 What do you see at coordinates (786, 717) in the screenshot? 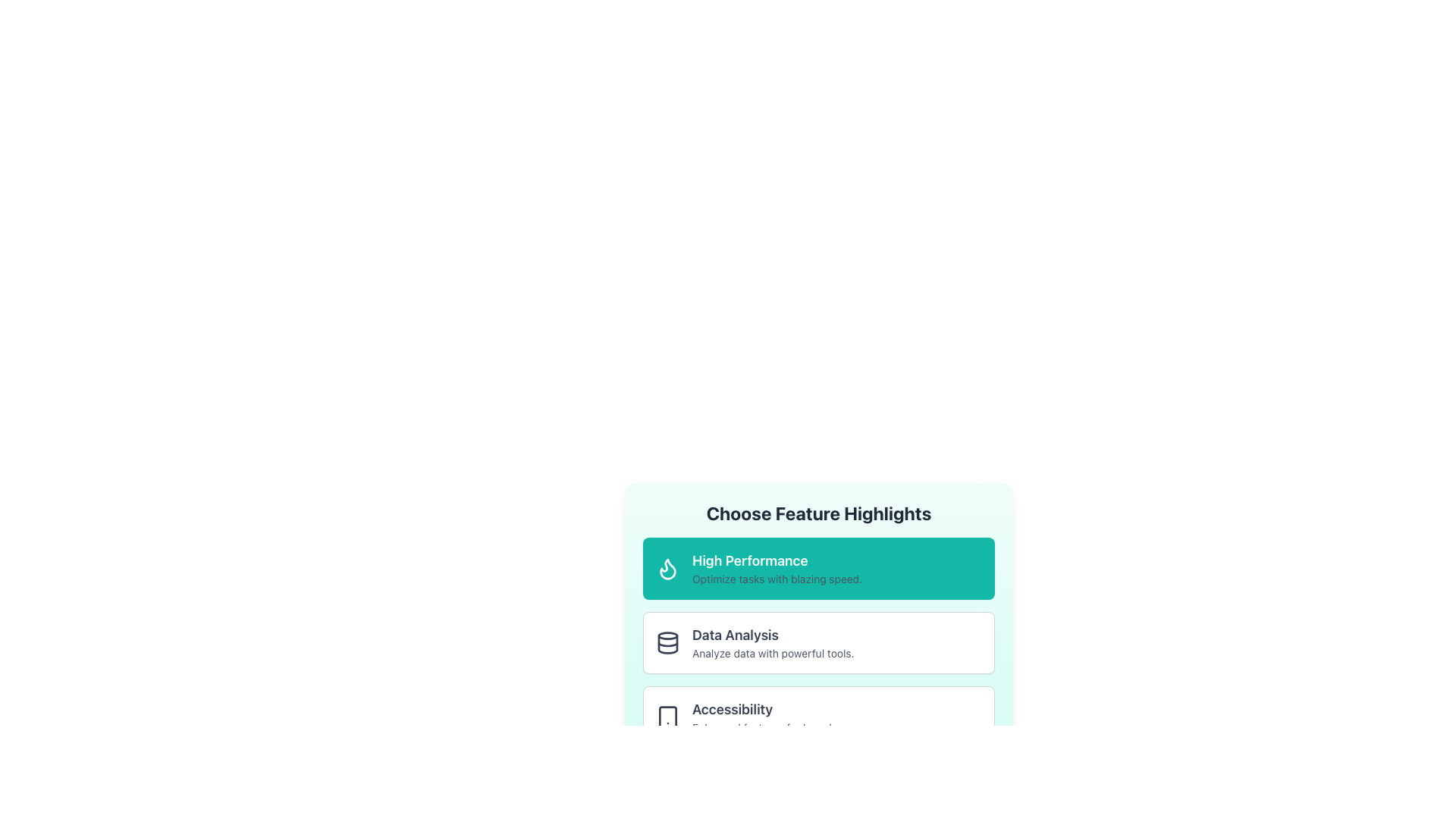
I see `the 'Accessibility' text element located in the third card of the 'Choose Feature Highlights' section, which features bold title text and a description below it` at bounding box center [786, 717].